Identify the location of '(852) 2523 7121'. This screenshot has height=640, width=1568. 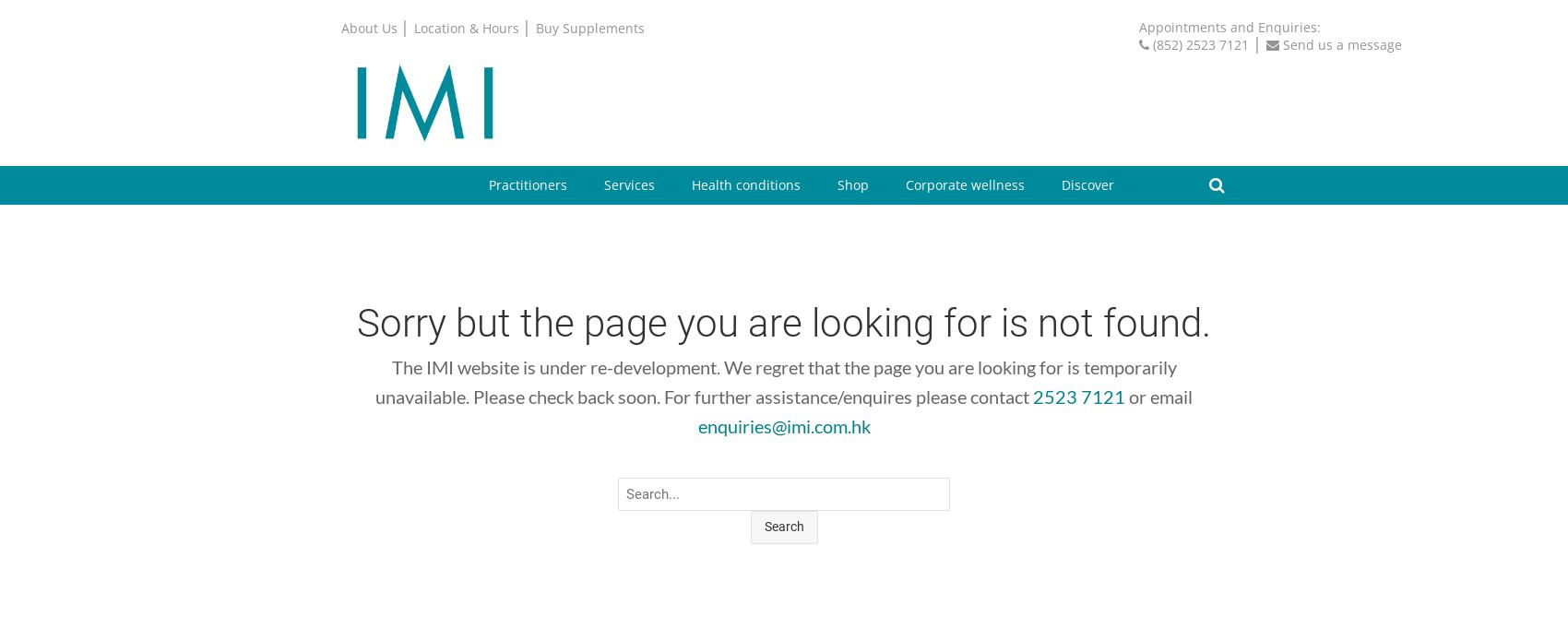
(1201, 43).